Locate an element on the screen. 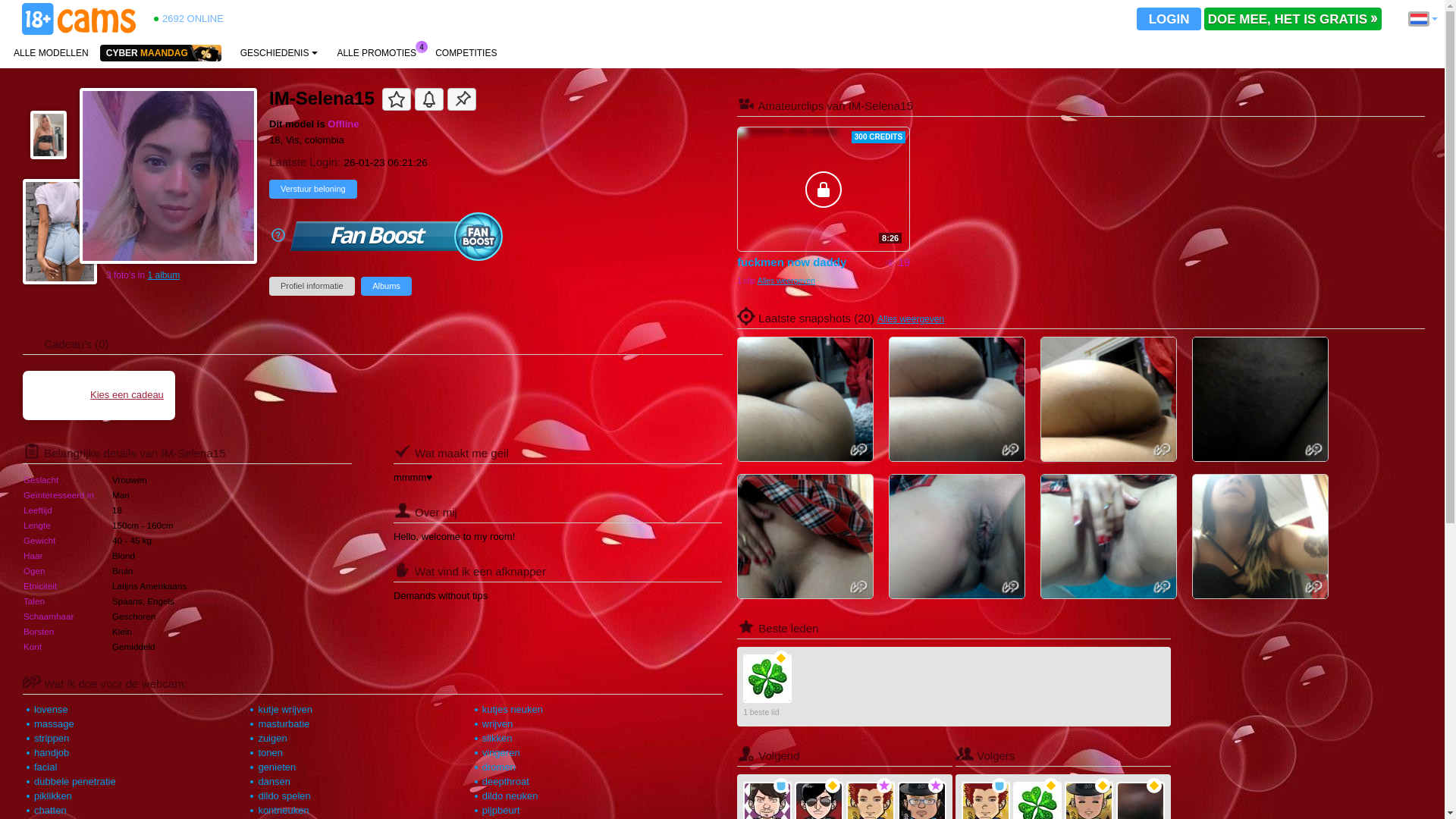 The image size is (1456, 819). 'piklikken' is located at coordinates (53, 795).